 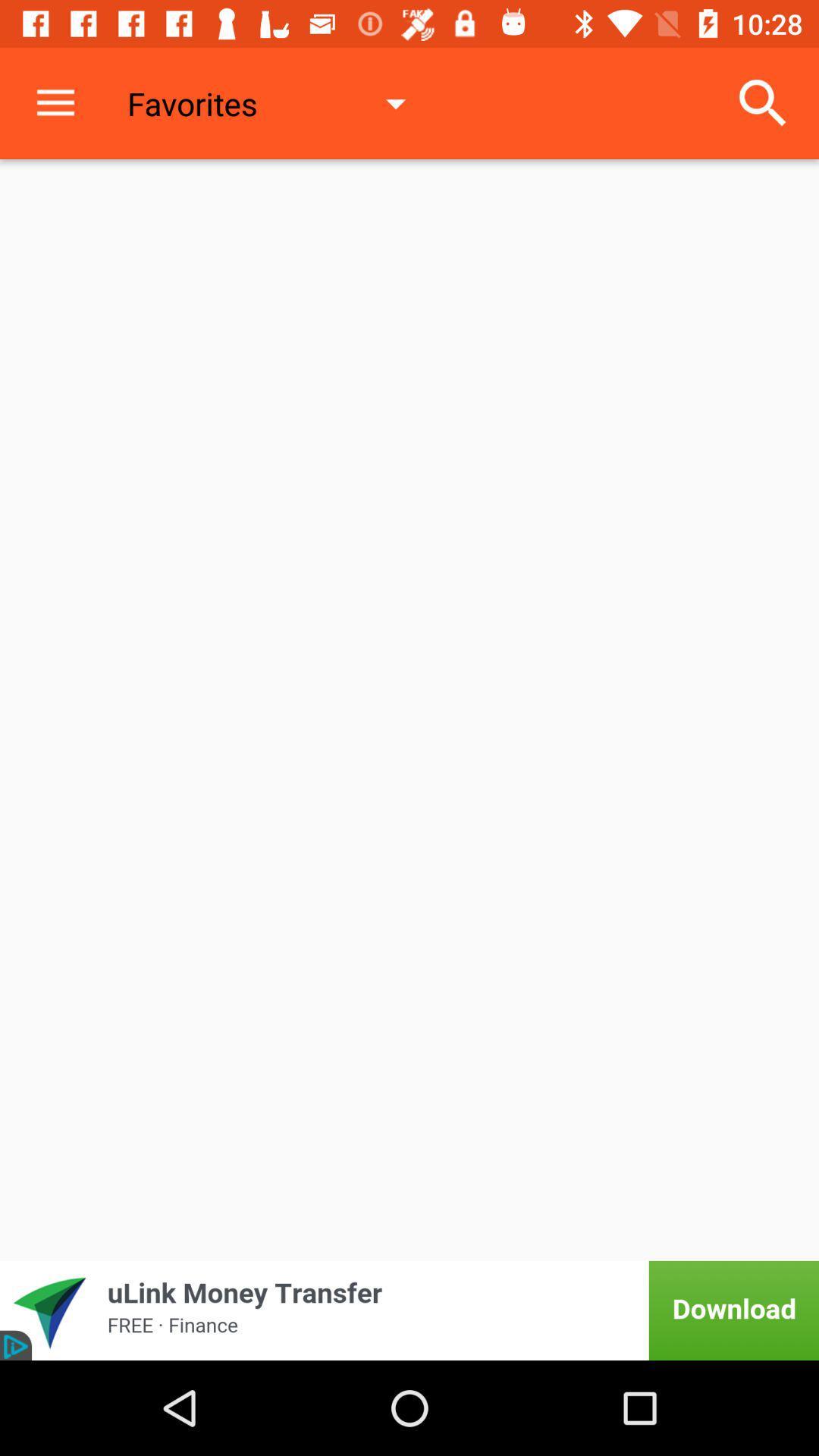 I want to click on advertisement, so click(x=409, y=1310).